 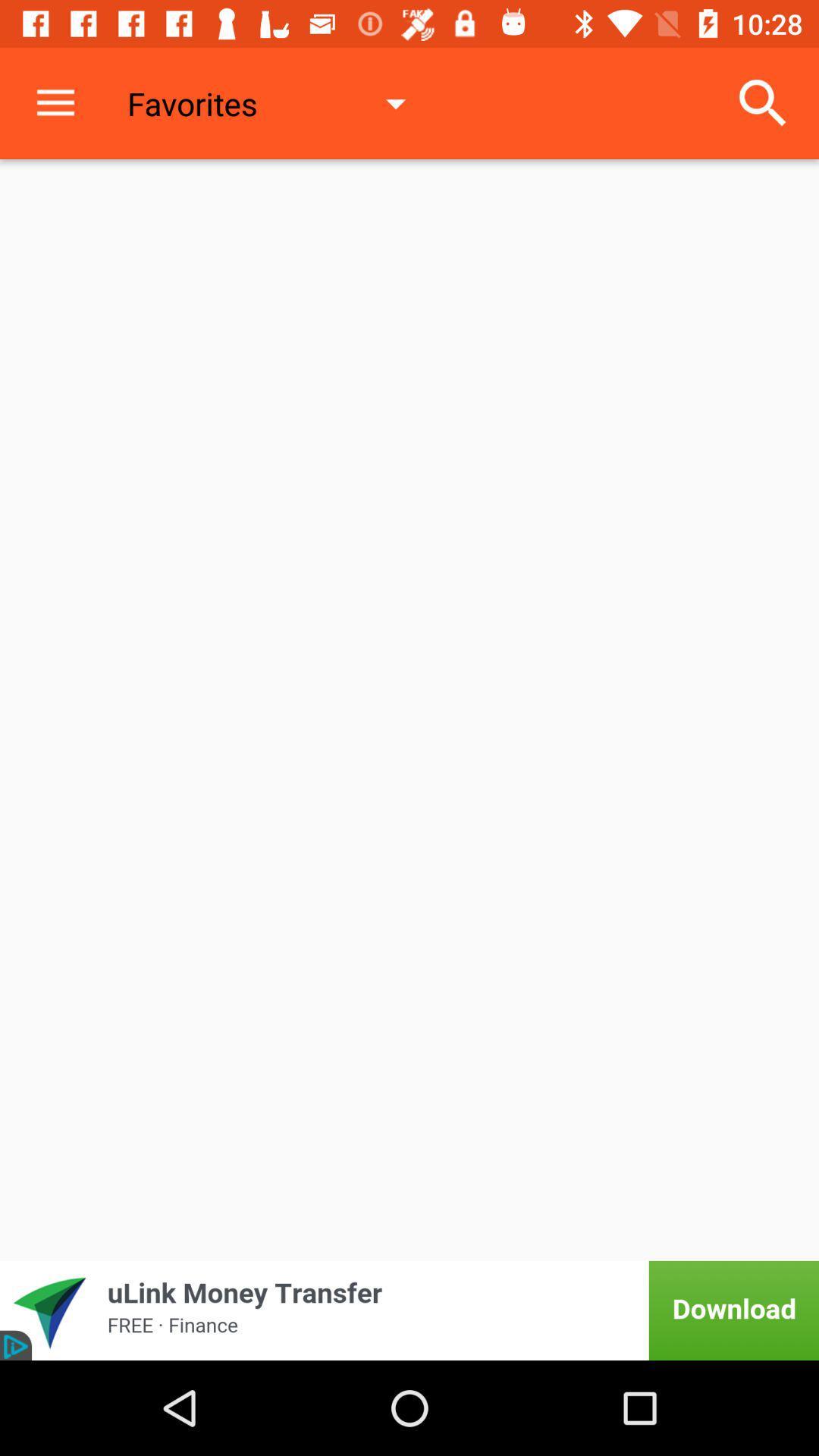 I want to click on advertisement, so click(x=409, y=1310).